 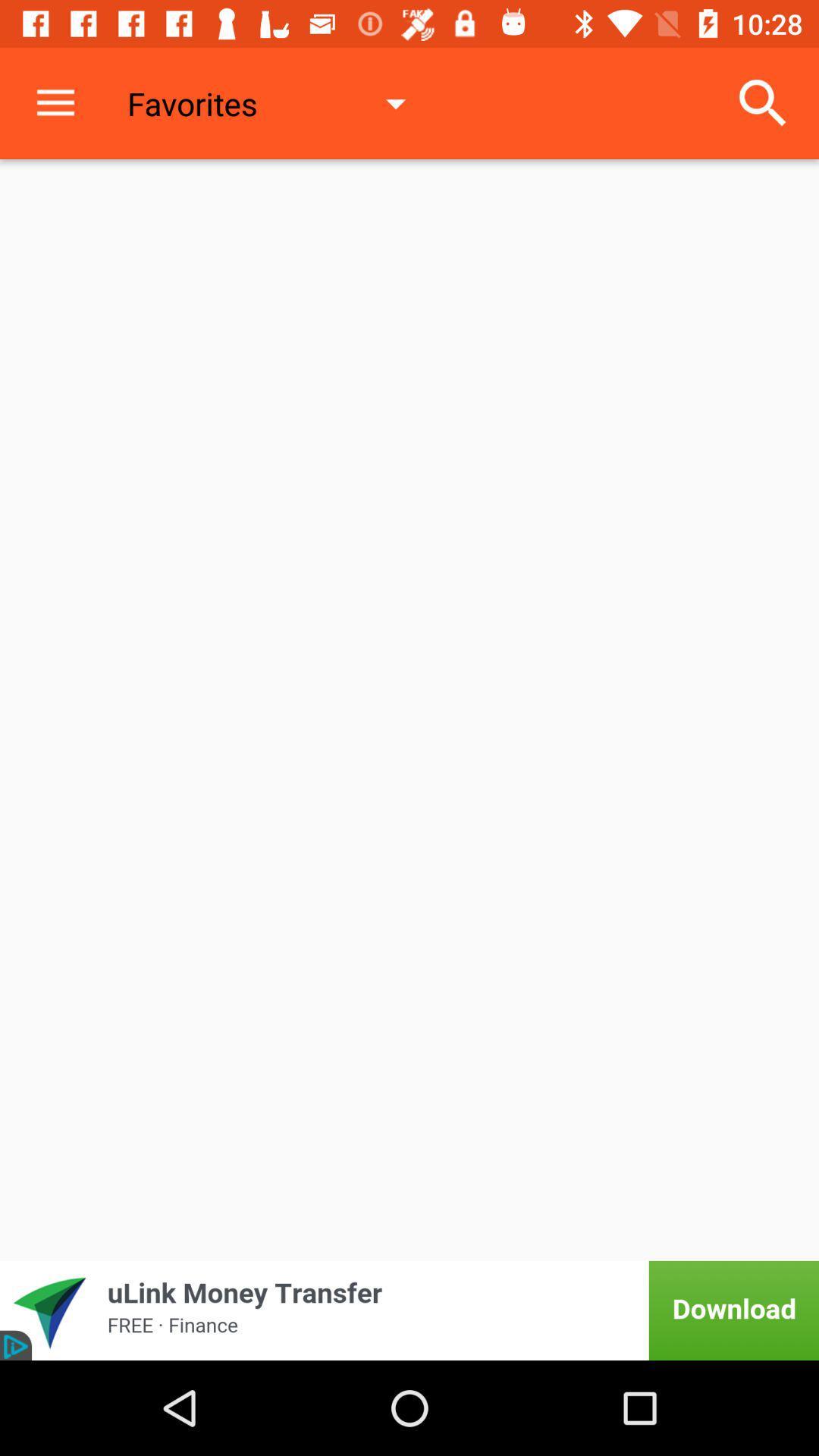 I want to click on advertisement, so click(x=409, y=1310).